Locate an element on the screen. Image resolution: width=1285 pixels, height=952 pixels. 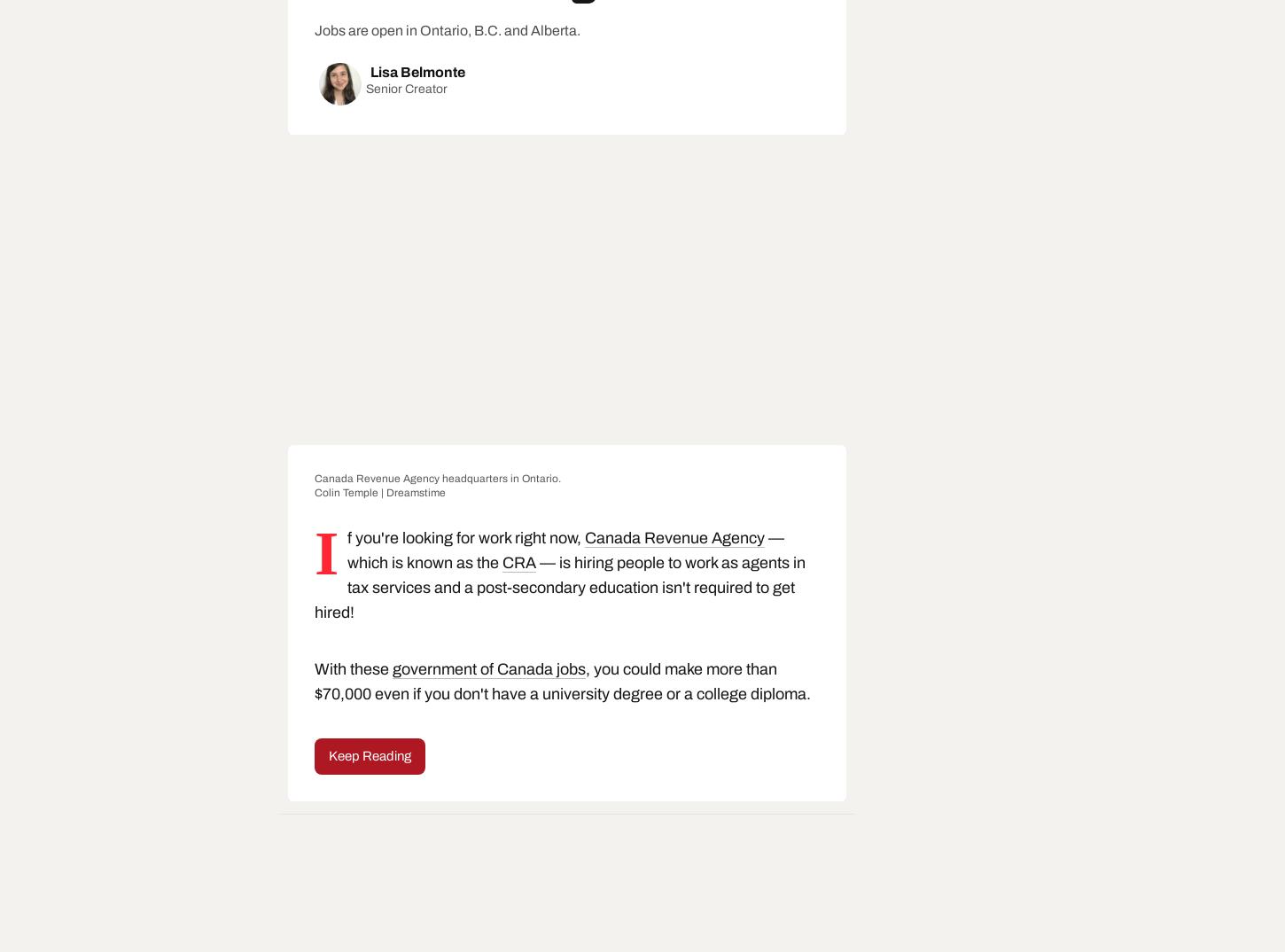
'— is hiring people to work as agents in tax services and a post-secondary education isn't required to get hired!' is located at coordinates (559, 586).